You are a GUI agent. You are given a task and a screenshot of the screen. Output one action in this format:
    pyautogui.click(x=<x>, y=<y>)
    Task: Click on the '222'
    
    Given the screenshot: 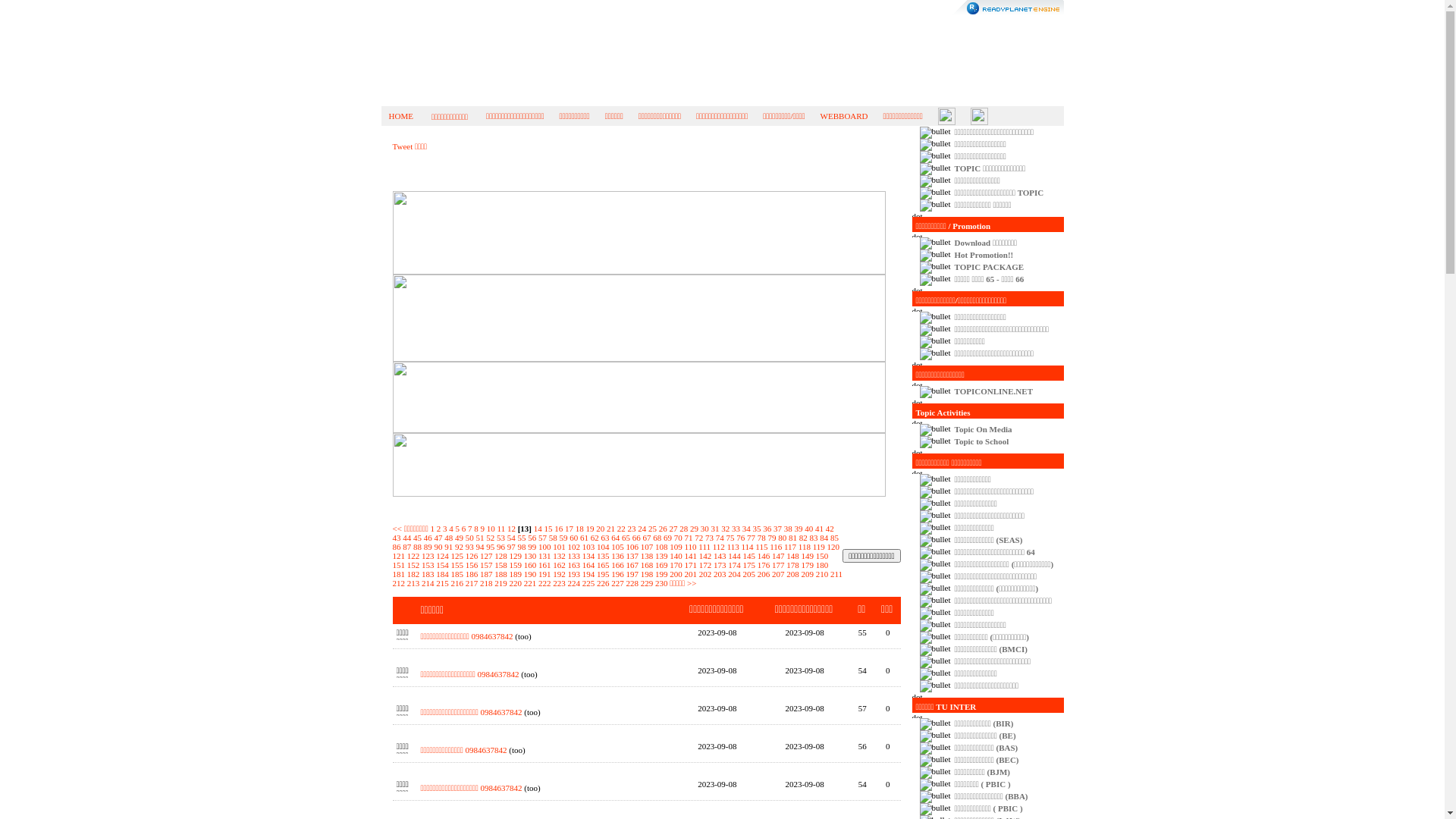 What is the action you would take?
    pyautogui.click(x=544, y=582)
    